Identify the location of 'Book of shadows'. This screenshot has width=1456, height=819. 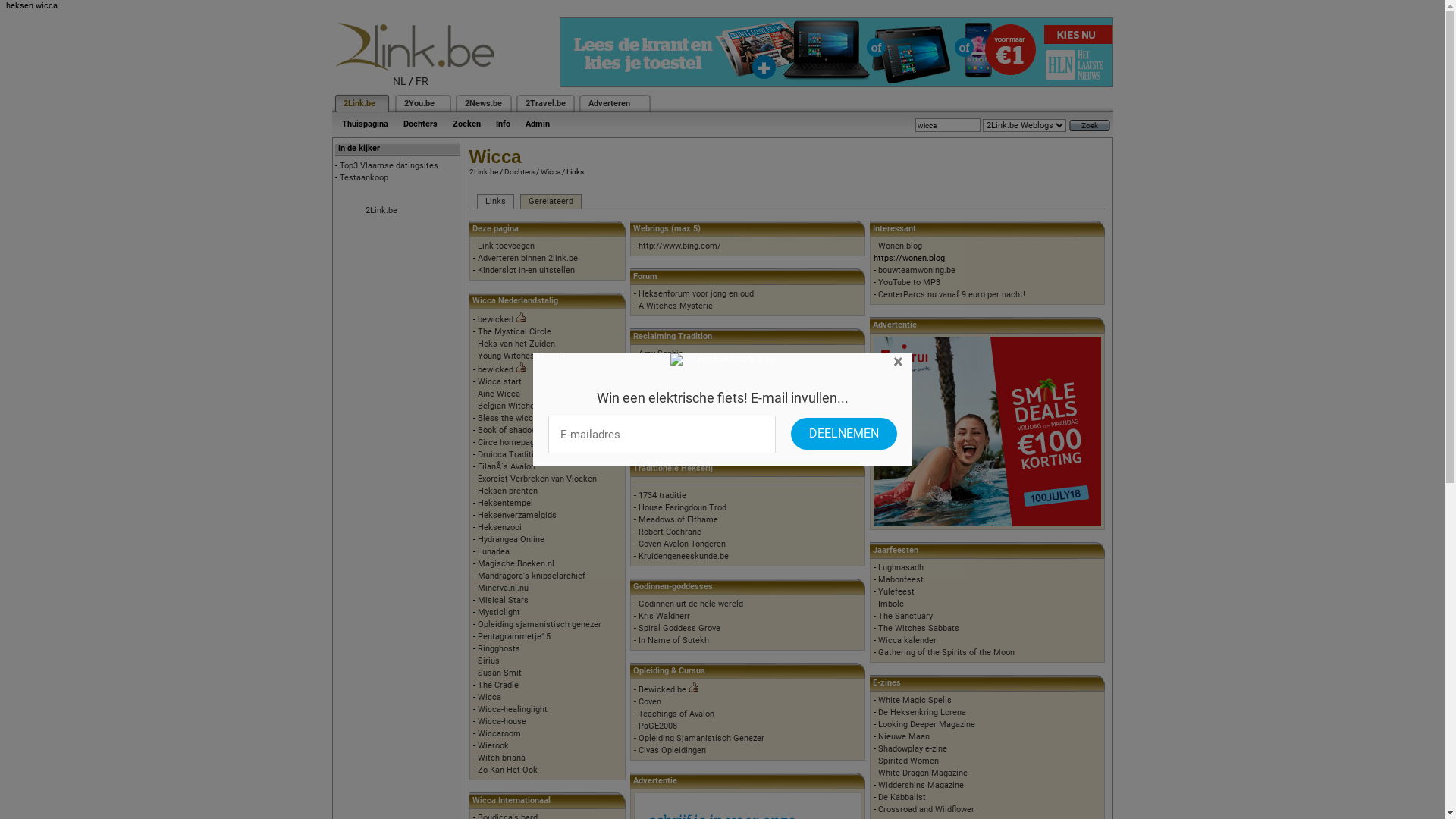
(476, 430).